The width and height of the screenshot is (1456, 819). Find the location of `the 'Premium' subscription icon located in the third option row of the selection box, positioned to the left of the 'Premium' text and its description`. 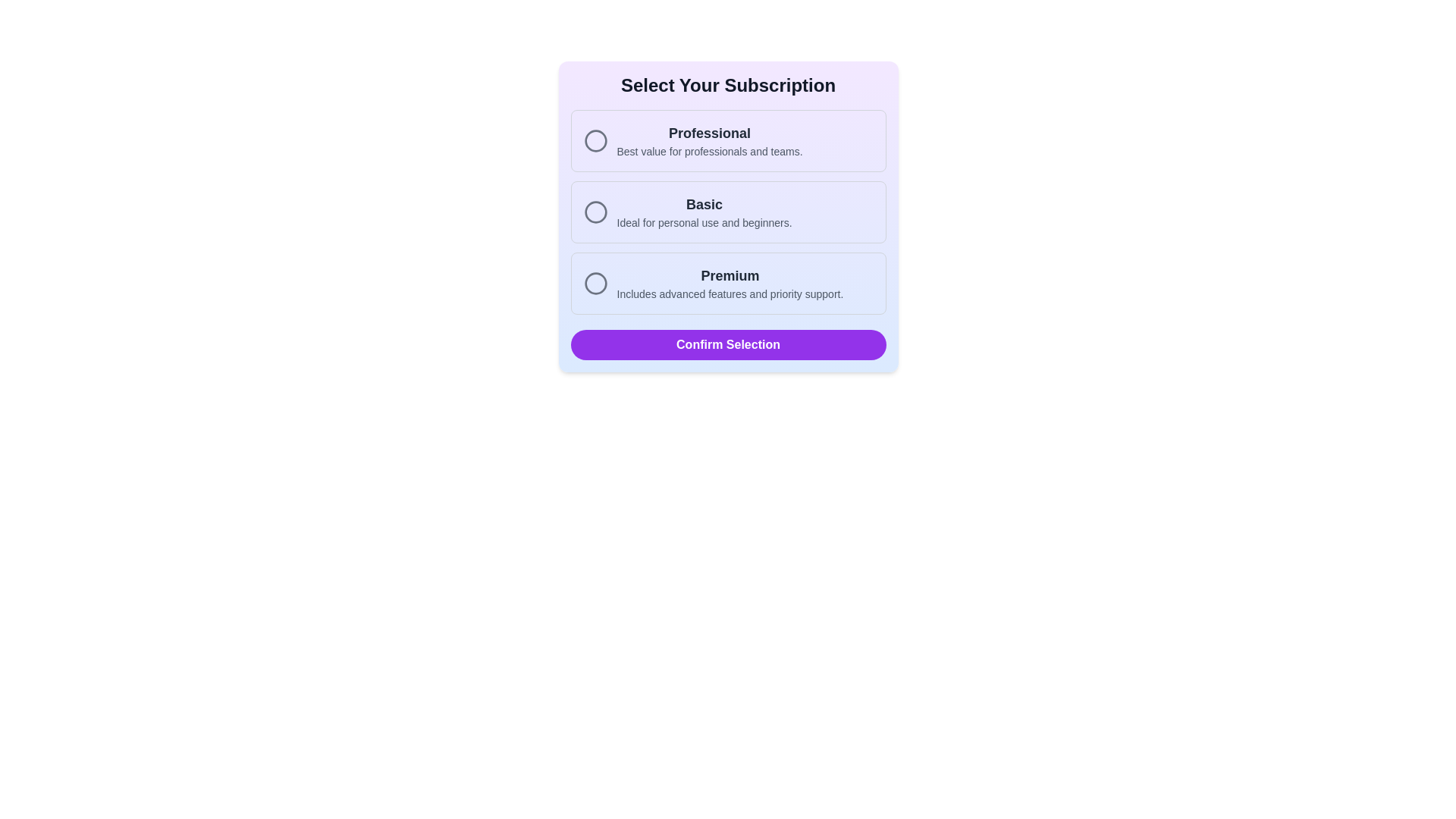

the 'Premium' subscription icon located in the third option row of the selection box, positioned to the left of the 'Premium' text and its description is located at coordinates (595, 284).